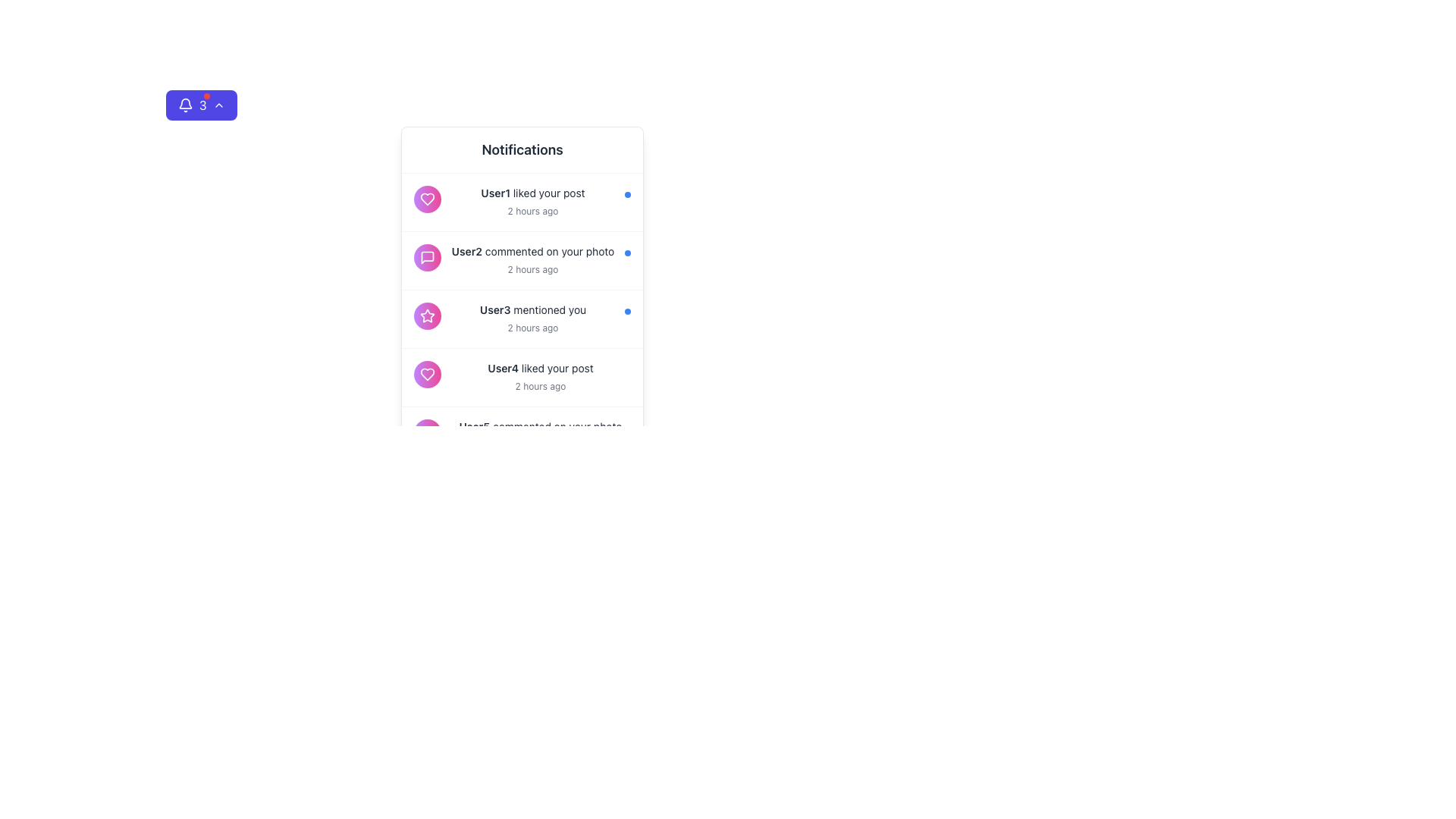 The height and width of the screenshot is (819, 1456). Describe the element at coordinates (427, 198) in the screenshot. I see `the heart icon in the fourth notification row, which represents a 'like' or 'favorite' action` at that location.